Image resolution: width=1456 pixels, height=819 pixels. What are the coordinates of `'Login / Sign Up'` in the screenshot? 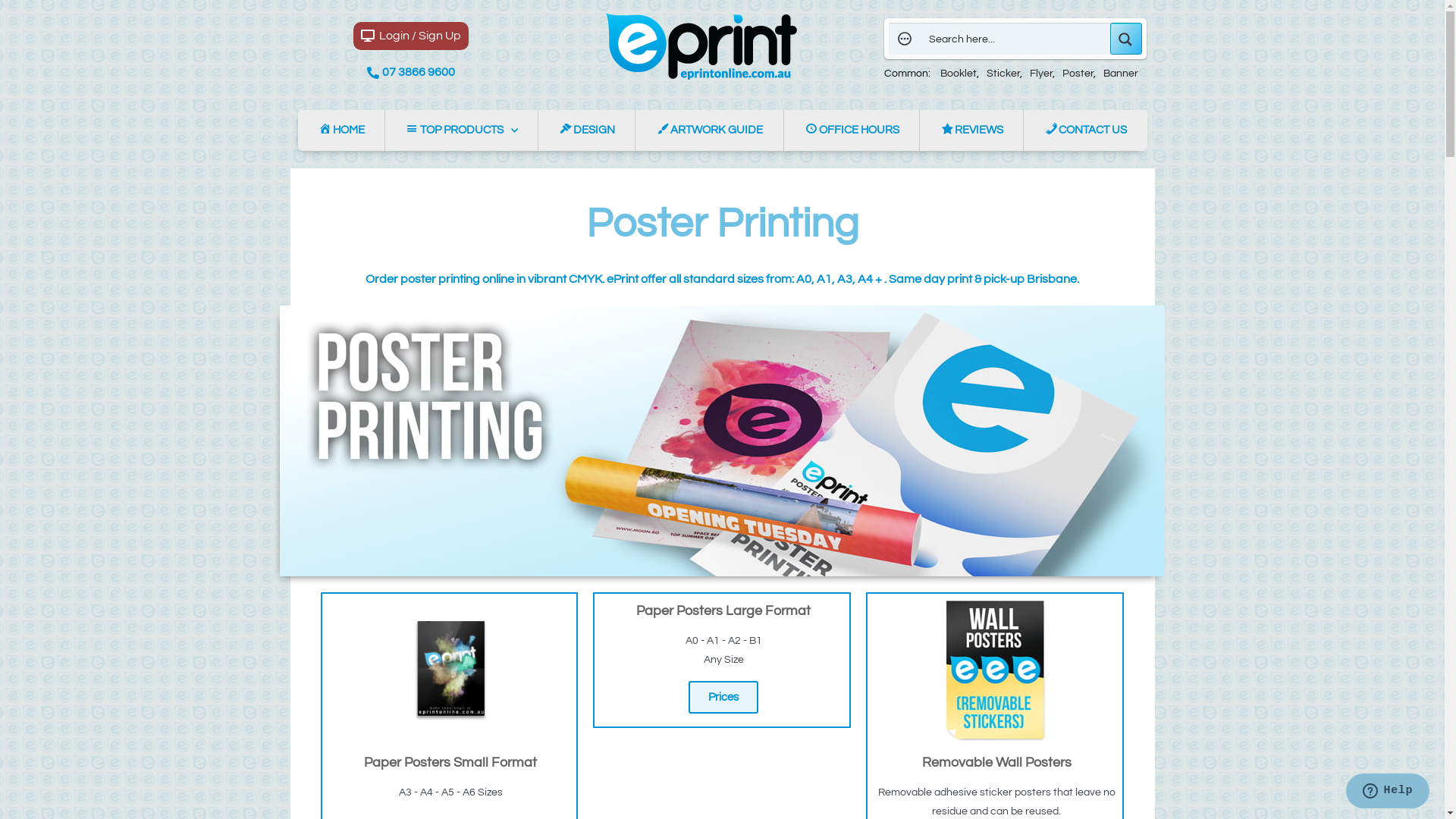 It's located at (411, 35).